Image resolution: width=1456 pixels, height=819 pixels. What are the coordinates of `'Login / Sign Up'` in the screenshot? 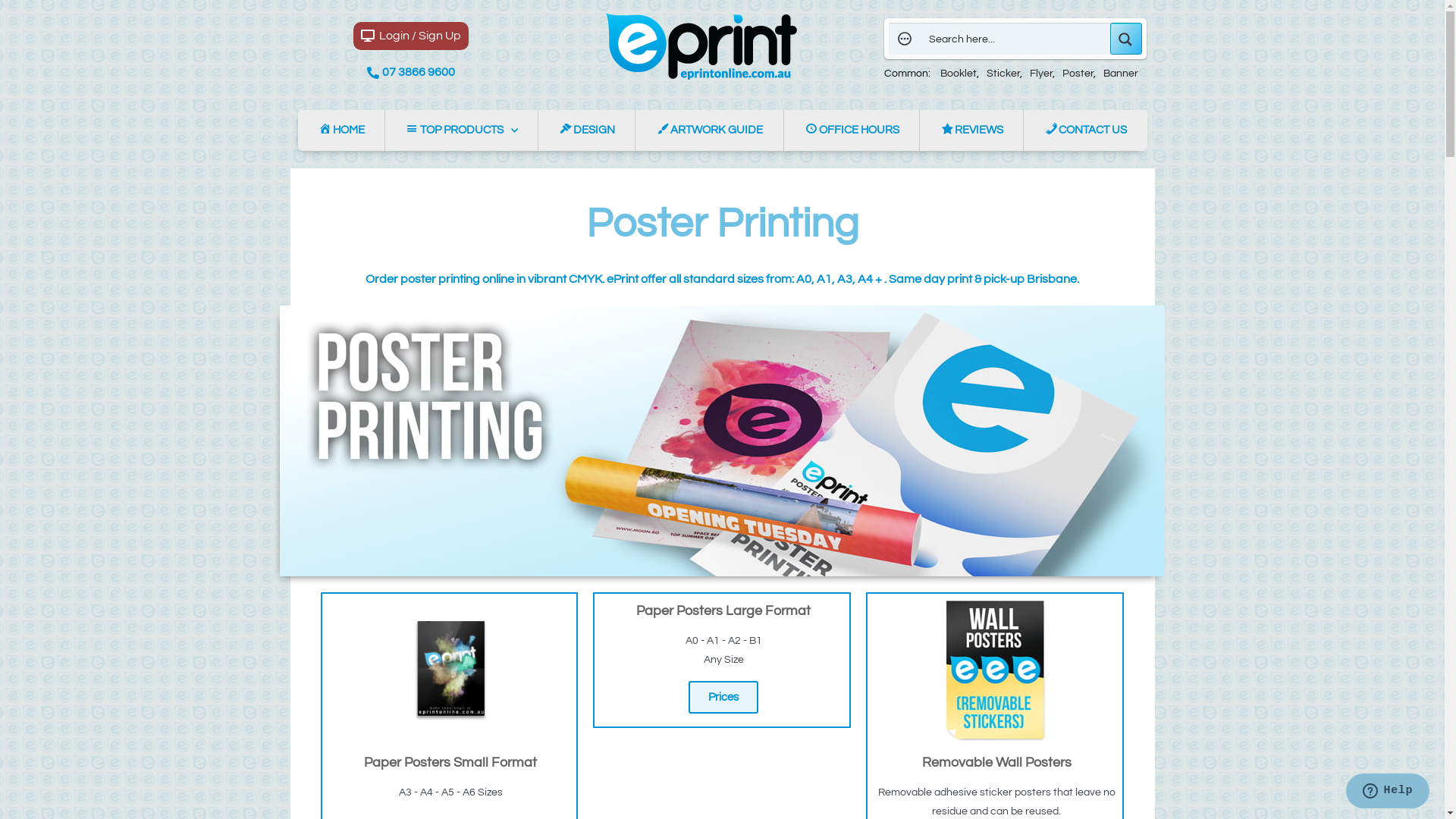 It's located at (411, 35).